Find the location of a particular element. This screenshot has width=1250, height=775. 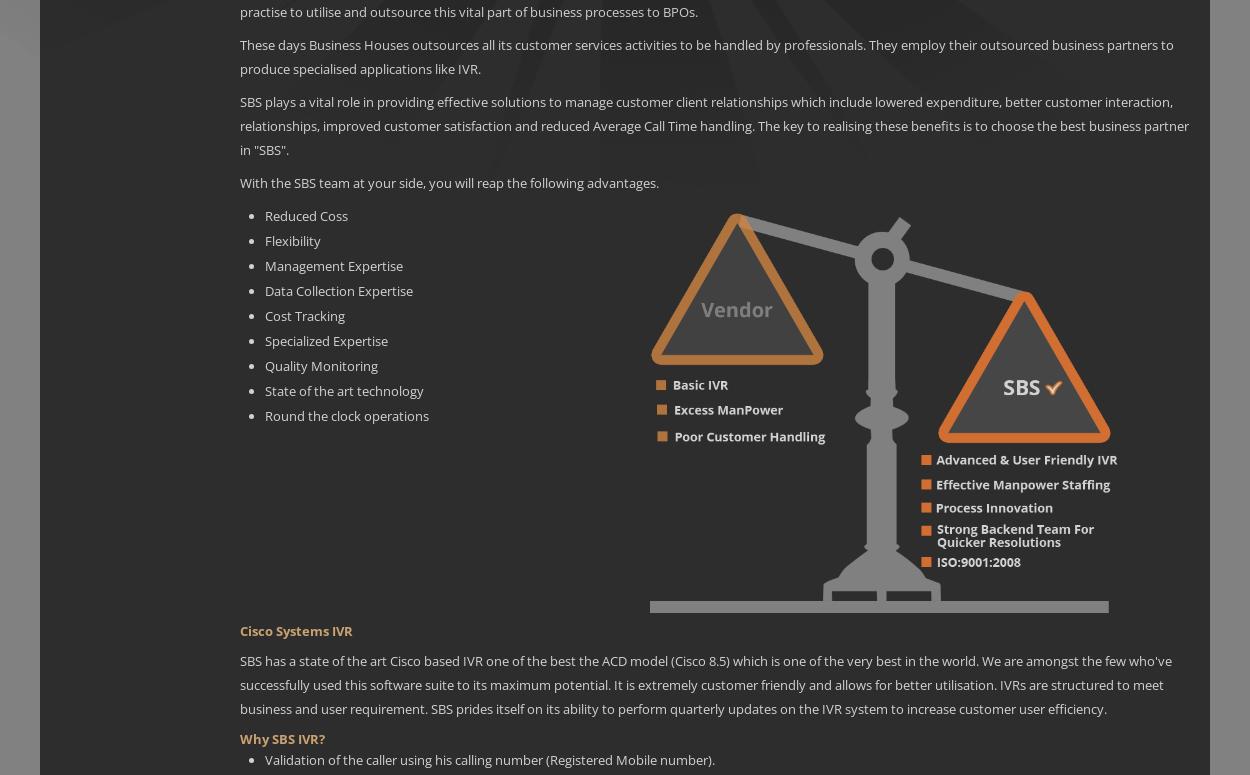

'SBS plays a vital role in providing effective solutions to manage customer client relationships which include lowered expenditure, better customer interaction, relationships, improved customer satisfaction and reduced Average Call Time handling. The key to realising these benefits is to choose the best business partner in "SBS".' is located at coordinates (713, 126).